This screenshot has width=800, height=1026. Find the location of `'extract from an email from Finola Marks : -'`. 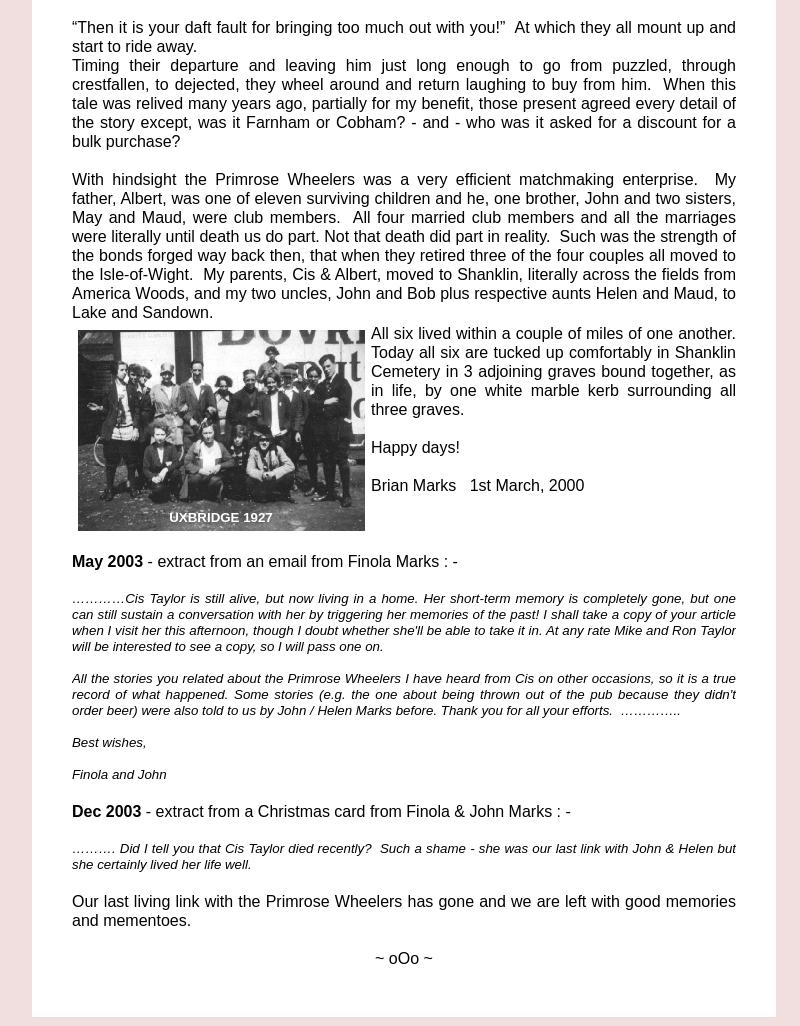

'extract from an email from Finola Marks : -' is located at coordinates (303, 561).